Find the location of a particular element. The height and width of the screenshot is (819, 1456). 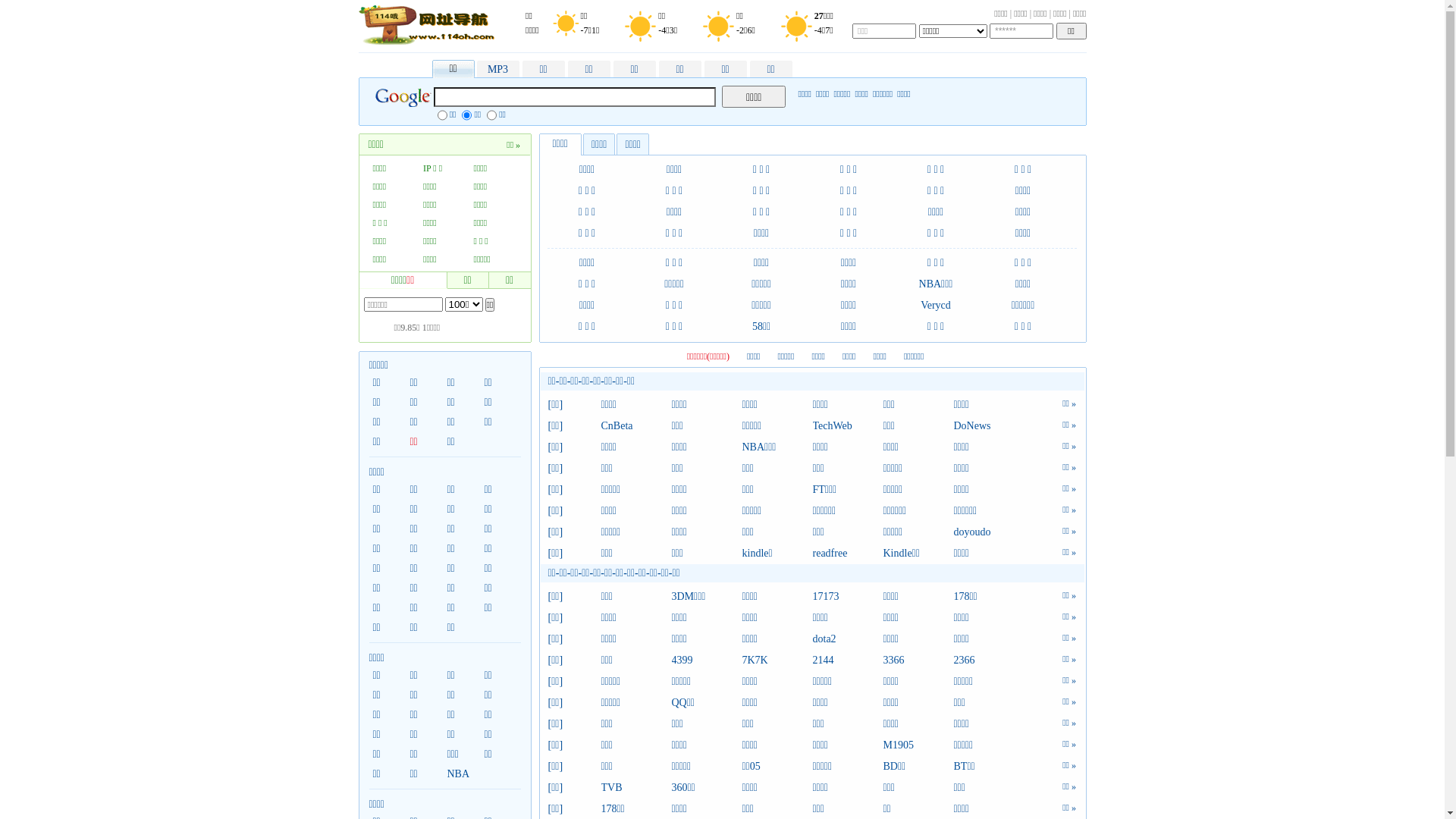

'M1905' is located at coordinates (917, 745).